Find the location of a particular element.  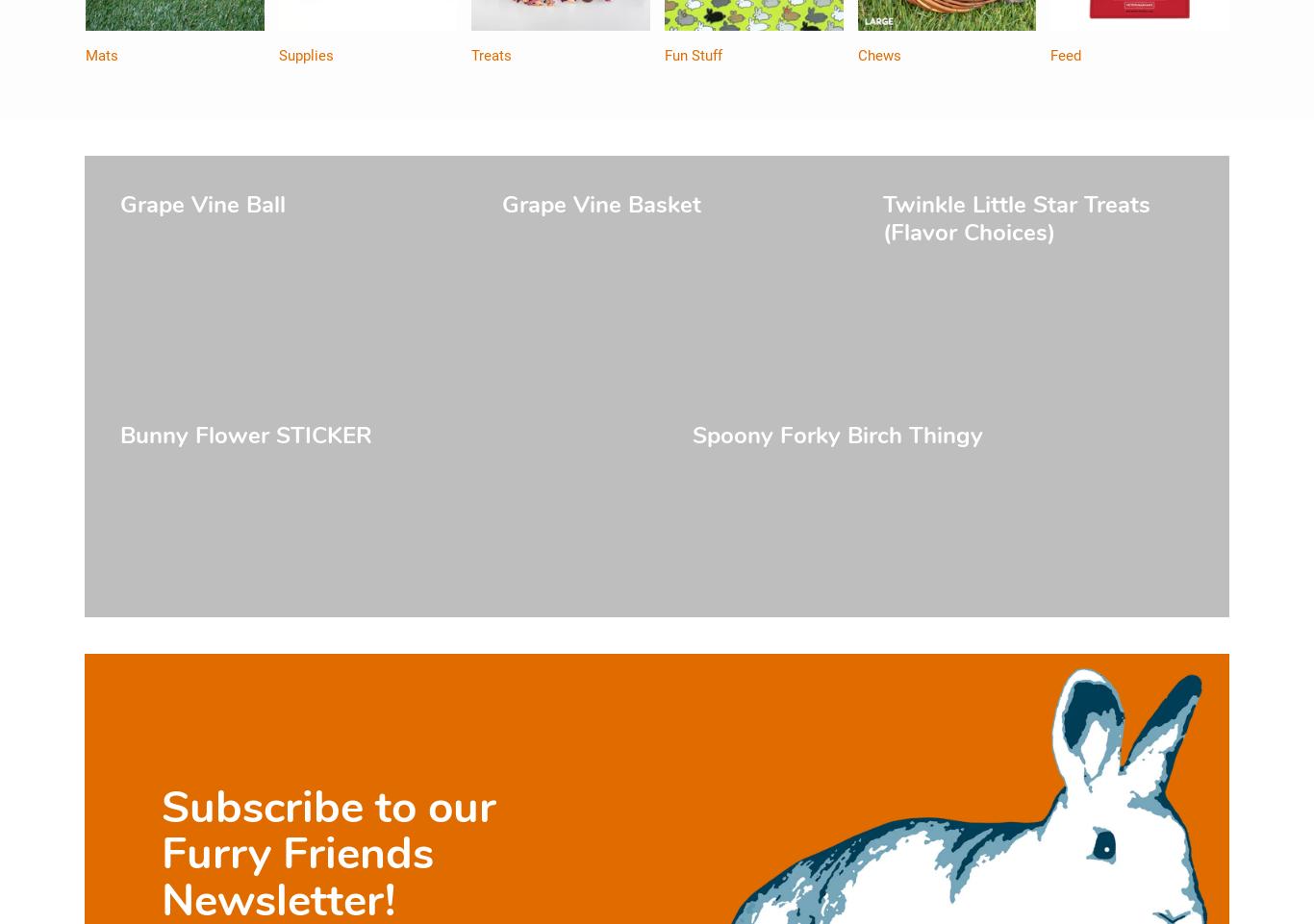

'Chews' is located at coordinates (878, 56).